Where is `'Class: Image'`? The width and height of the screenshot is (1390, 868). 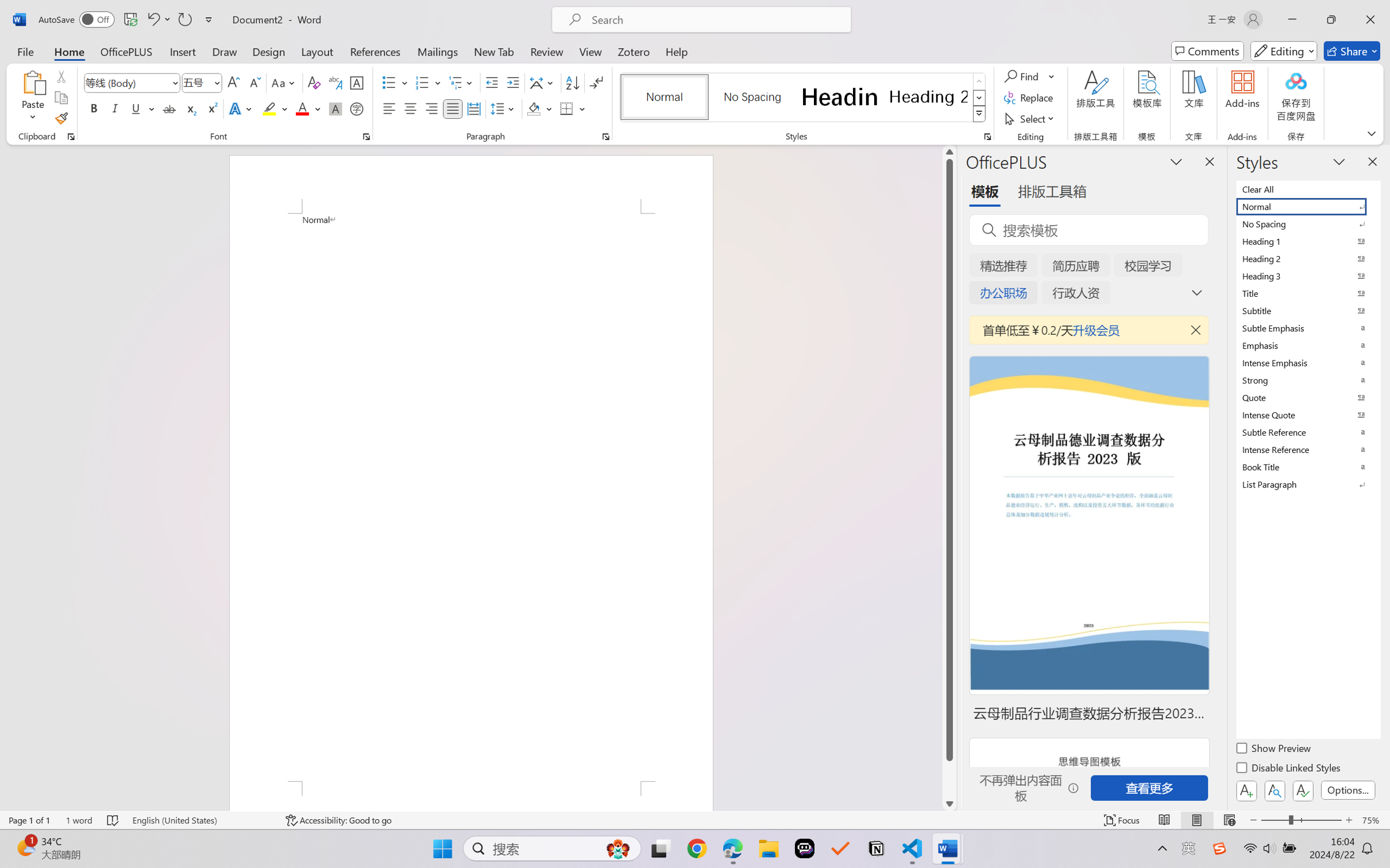 'Class: Image' is located at coordinates (1219, 848).